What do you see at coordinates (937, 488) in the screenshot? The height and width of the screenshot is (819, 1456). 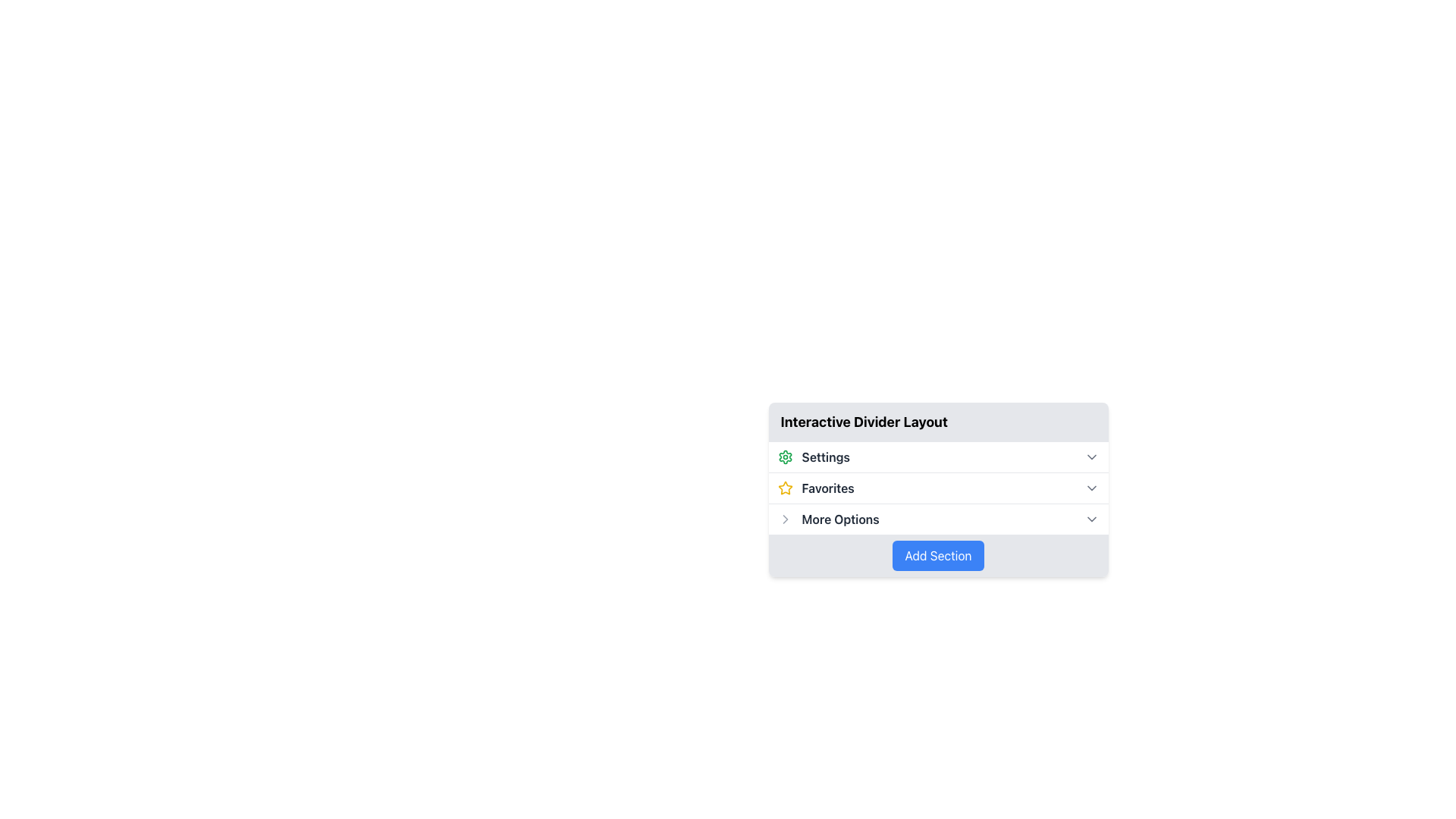 I see `the second item in the dropdown menu that leads to the 'Favorites' section` at bounding box center [937, 488].